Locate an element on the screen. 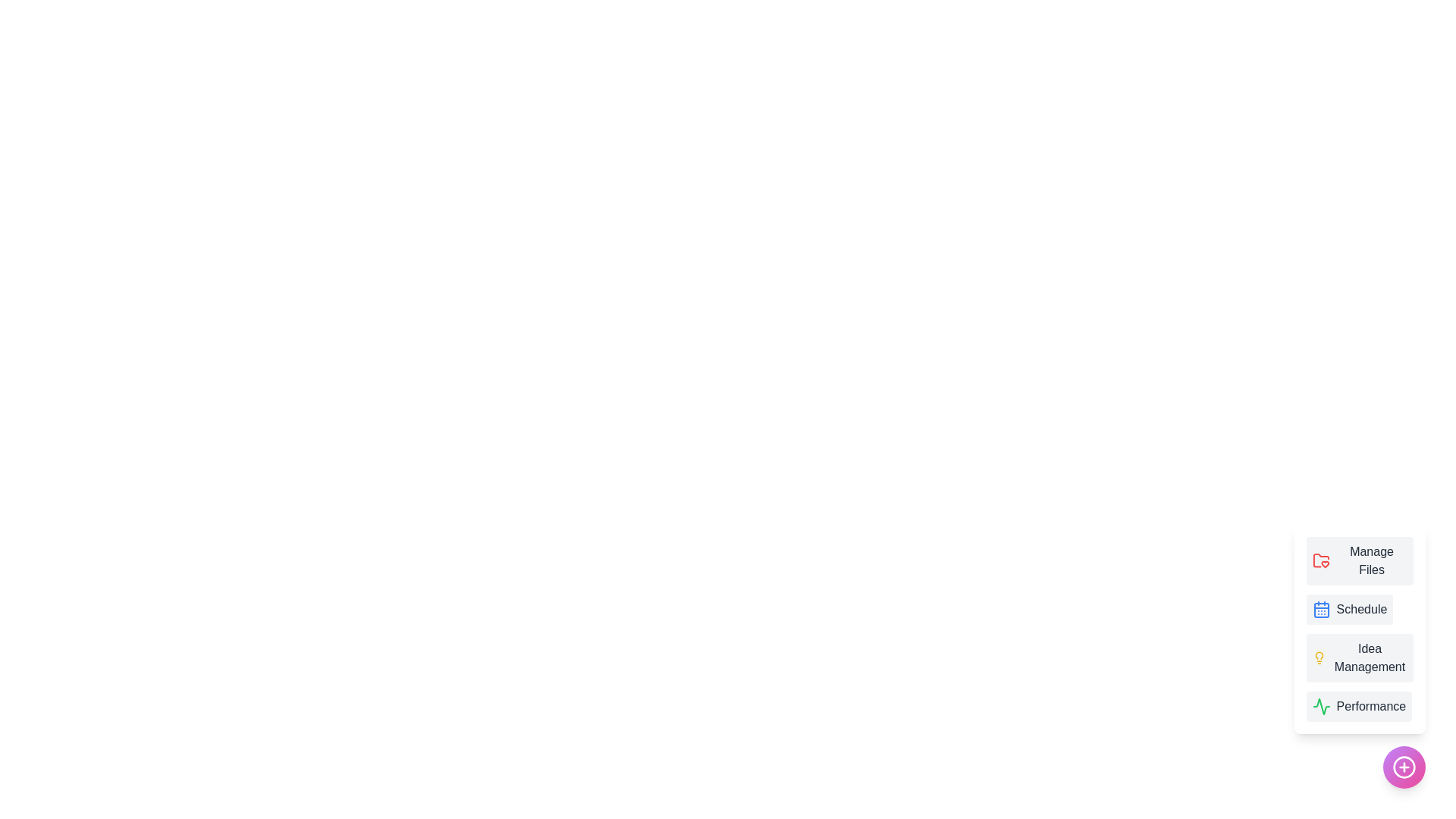 The image size is (1456, 819). the menu item labeled 'Idea Management' to display its tooltip or visual feedback is located at coordinates (1360, 657).